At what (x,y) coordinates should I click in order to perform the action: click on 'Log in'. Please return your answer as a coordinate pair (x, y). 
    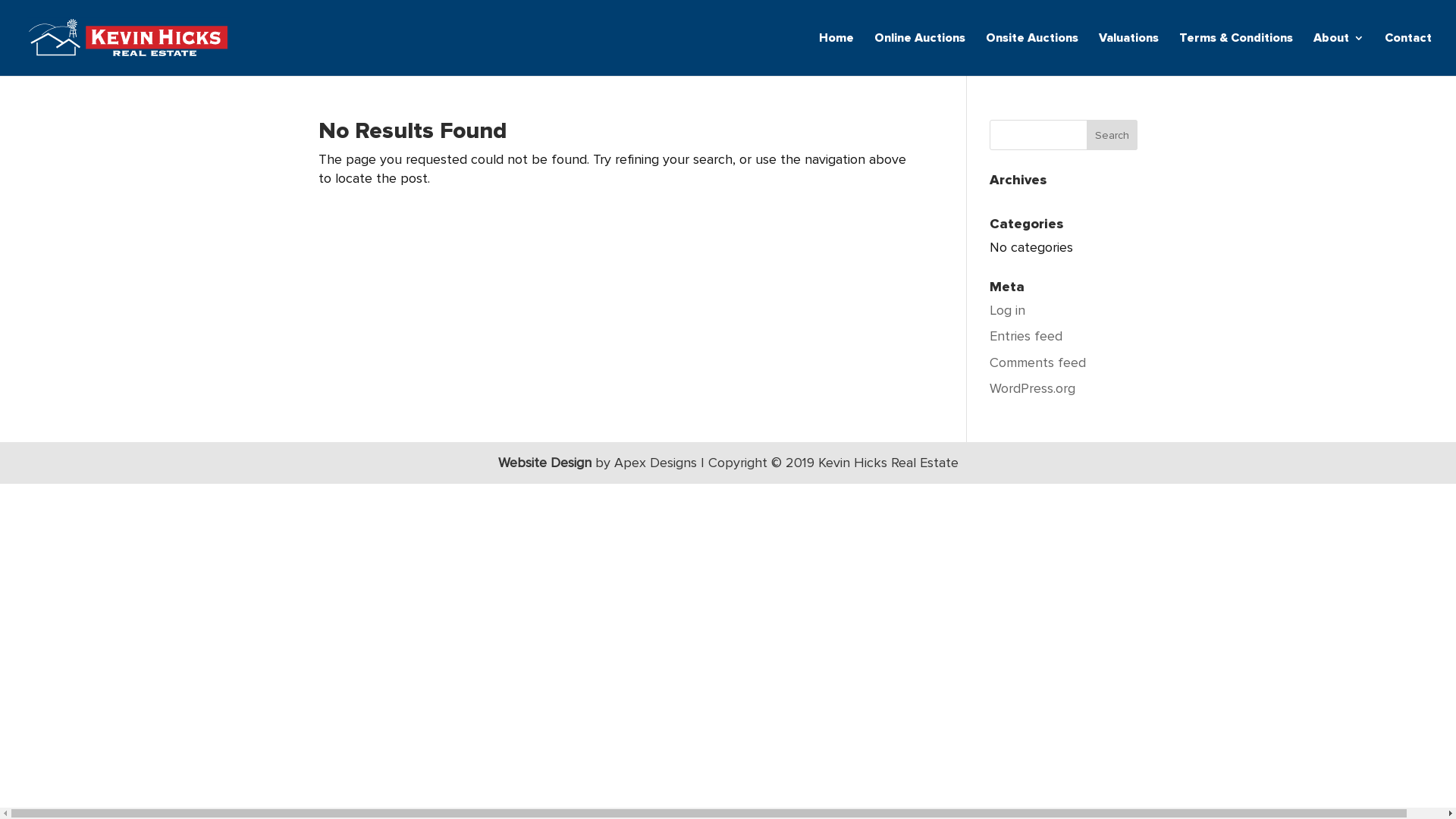
    Looking at the image, I should click on (990, 309).